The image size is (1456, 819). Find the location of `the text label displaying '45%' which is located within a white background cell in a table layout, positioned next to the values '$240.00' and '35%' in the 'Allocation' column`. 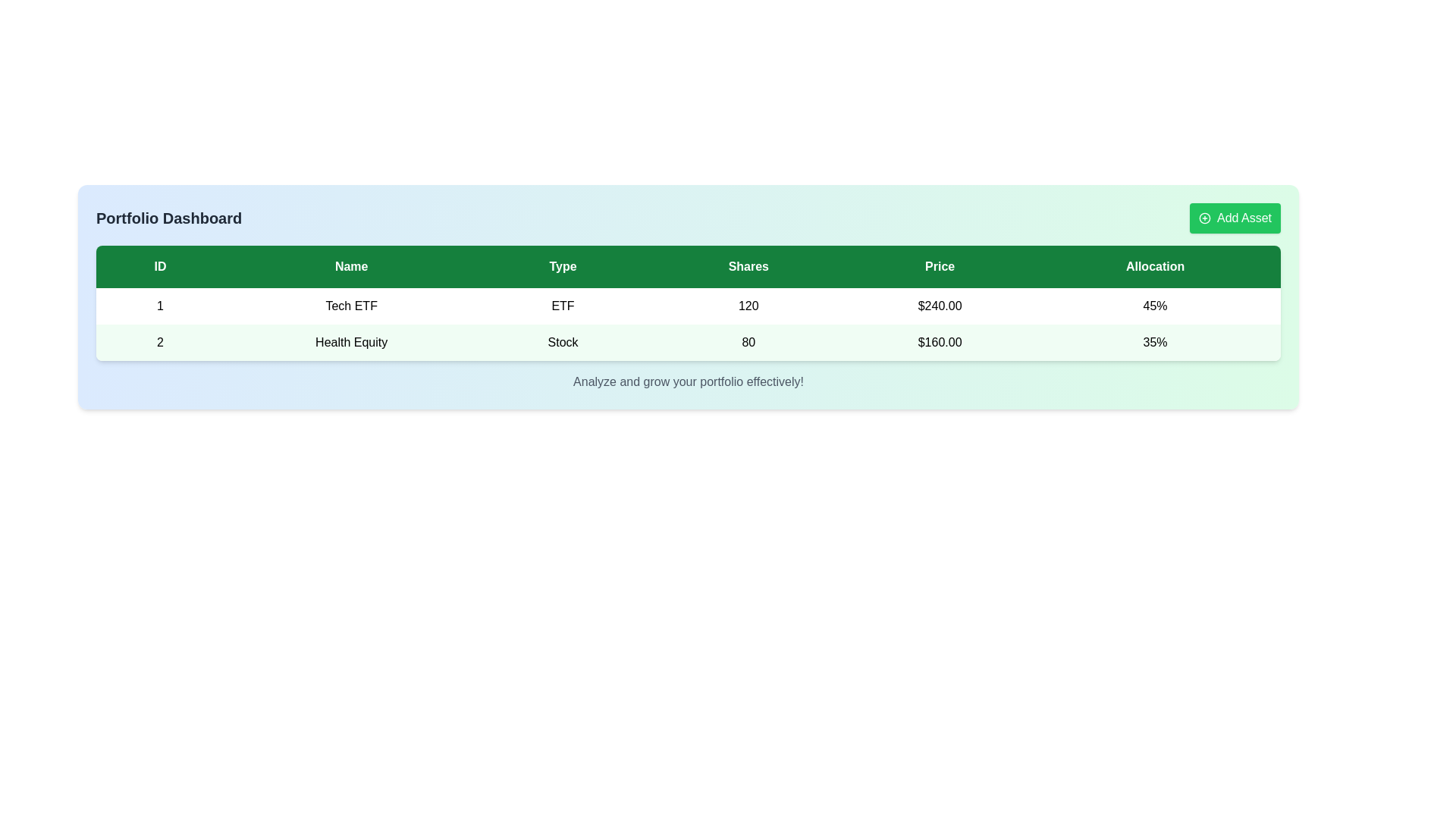

the text label displaying '45%' which is located within a white background cell in a table layout, positioned next to the values '$240.00' and '35%' in the 'Allocation' column is located at coordinates (1154, 306).